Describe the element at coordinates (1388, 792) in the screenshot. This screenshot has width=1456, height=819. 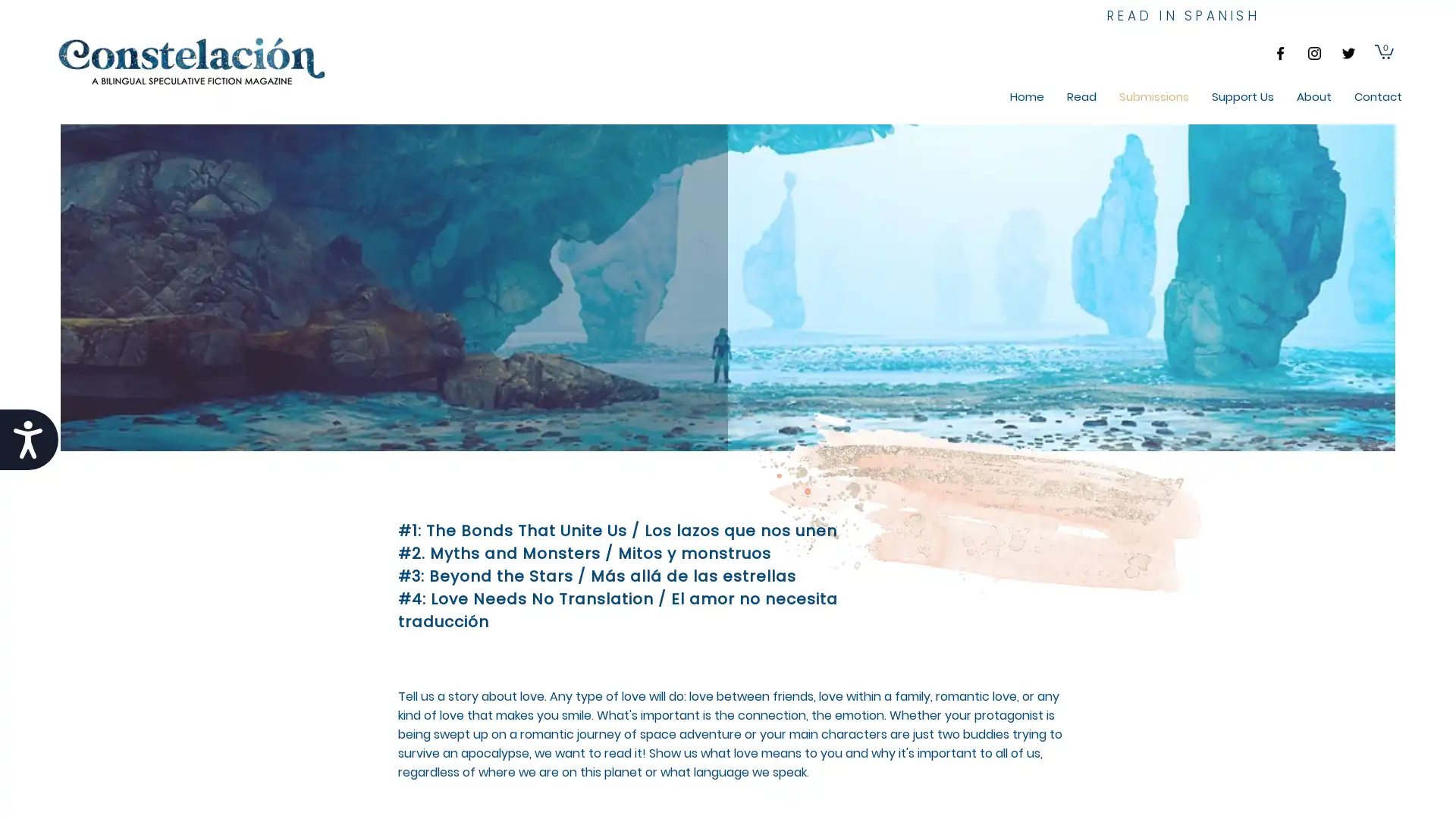
I see `Accept` at that location.